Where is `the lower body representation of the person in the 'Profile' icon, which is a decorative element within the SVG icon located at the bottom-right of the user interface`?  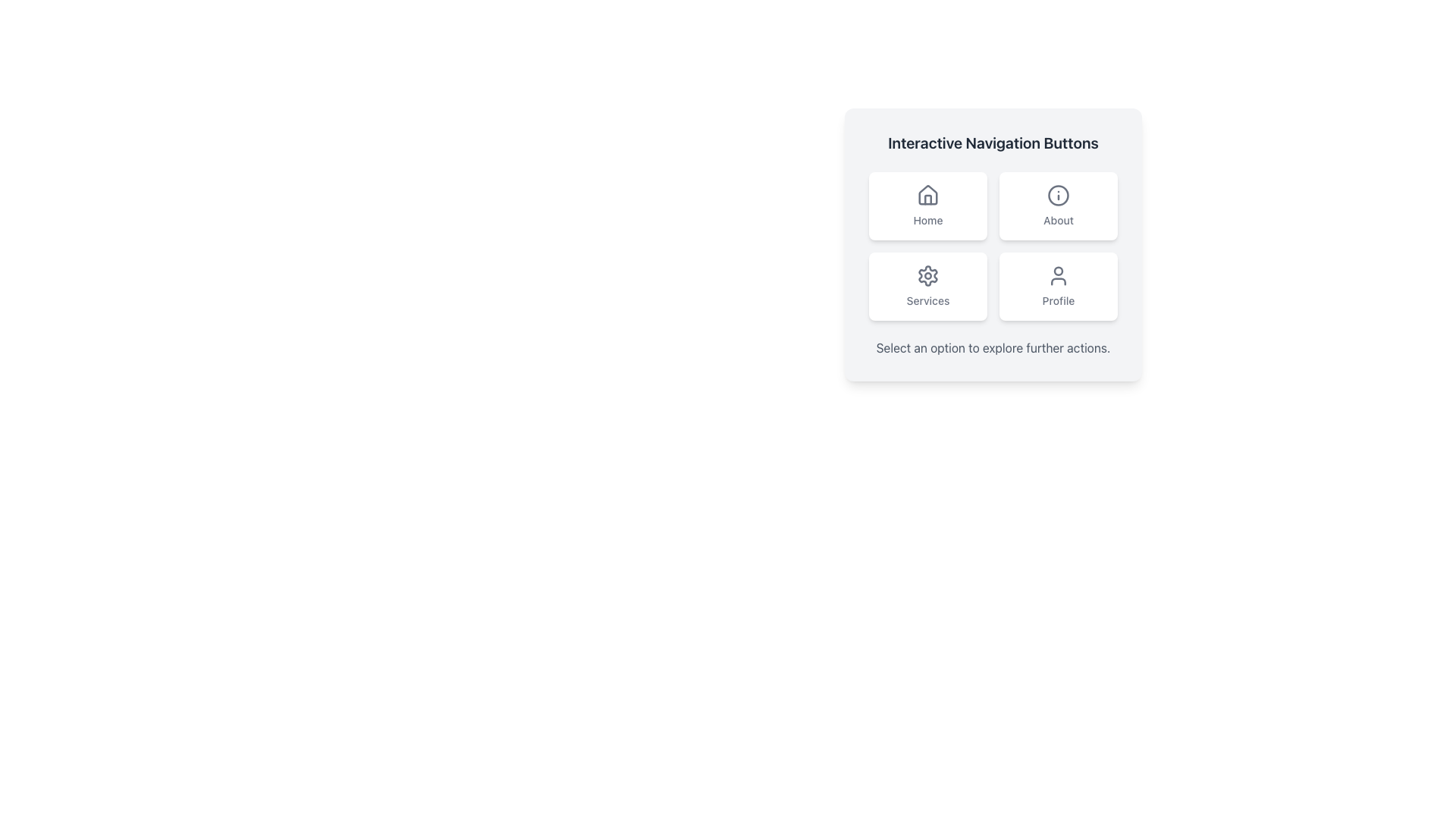
the lower body representation of the person in the 'Profile' icon, which is a decorative element within the SVG icon located at the bottom-right of the user interface is located at coordinates (1058, 281).